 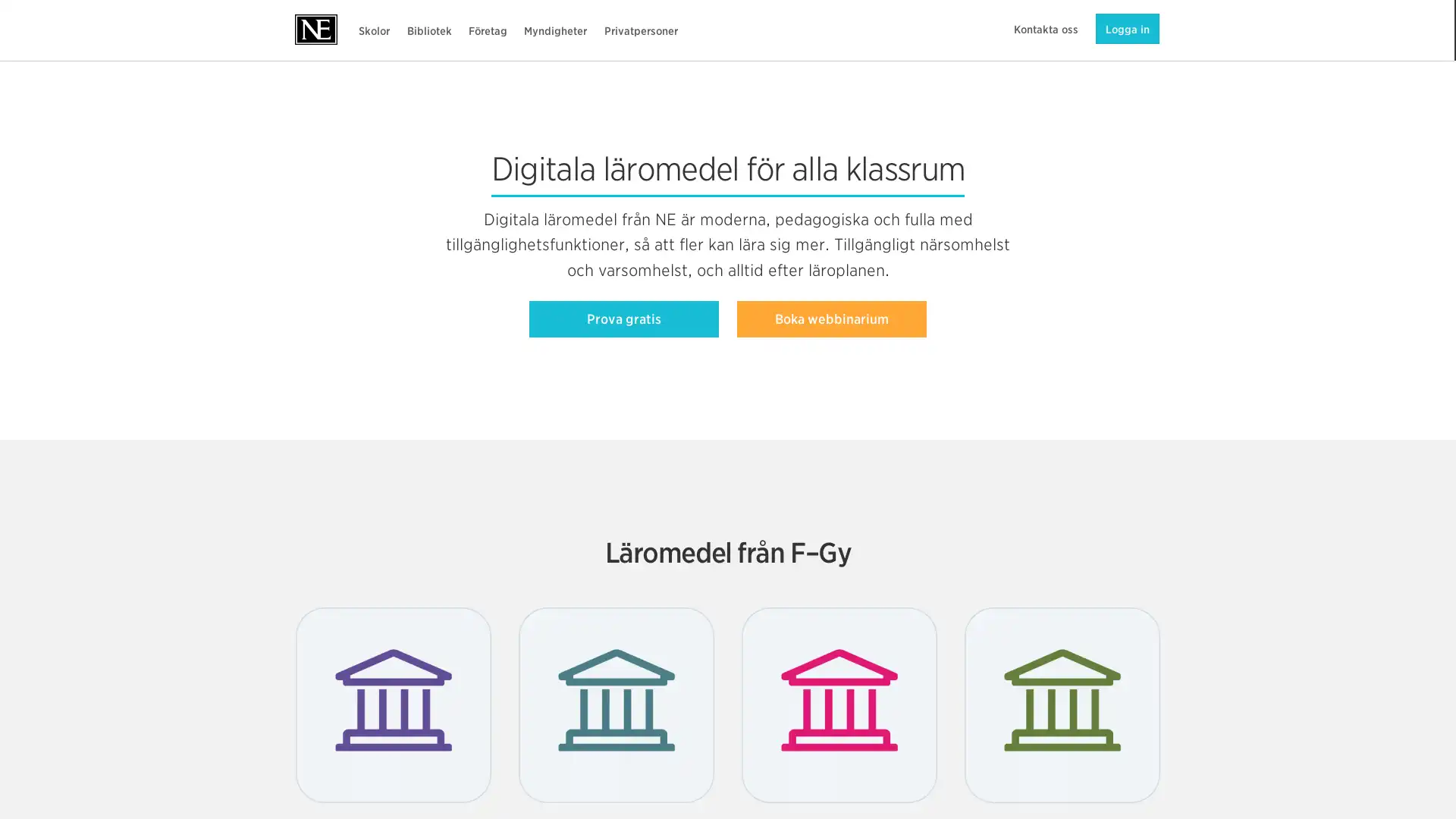 I want to click on Settings, so click(x=1099, y=762).